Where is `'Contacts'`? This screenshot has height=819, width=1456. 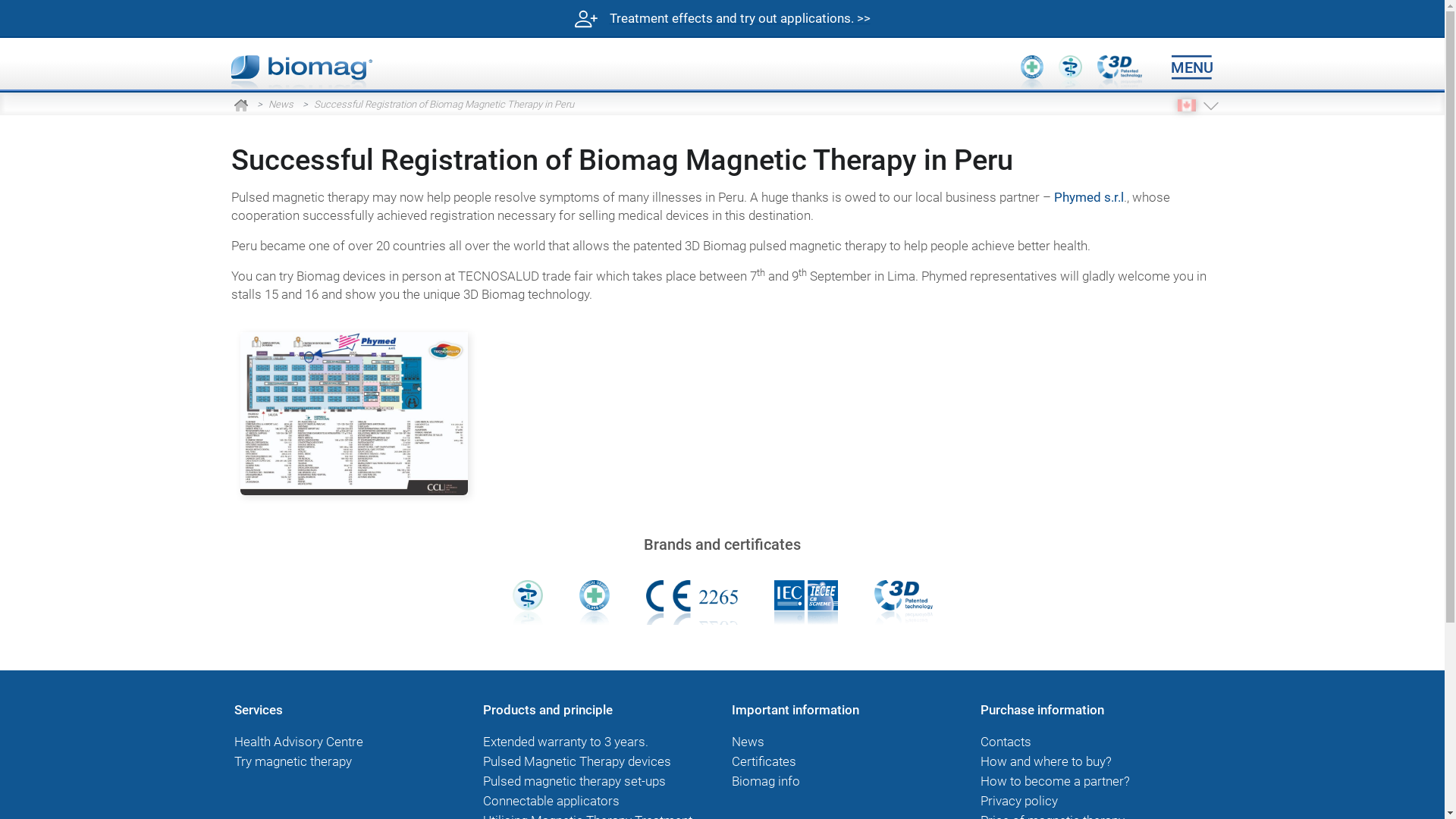 'Contacts' is located at coordinates (1005, 741).